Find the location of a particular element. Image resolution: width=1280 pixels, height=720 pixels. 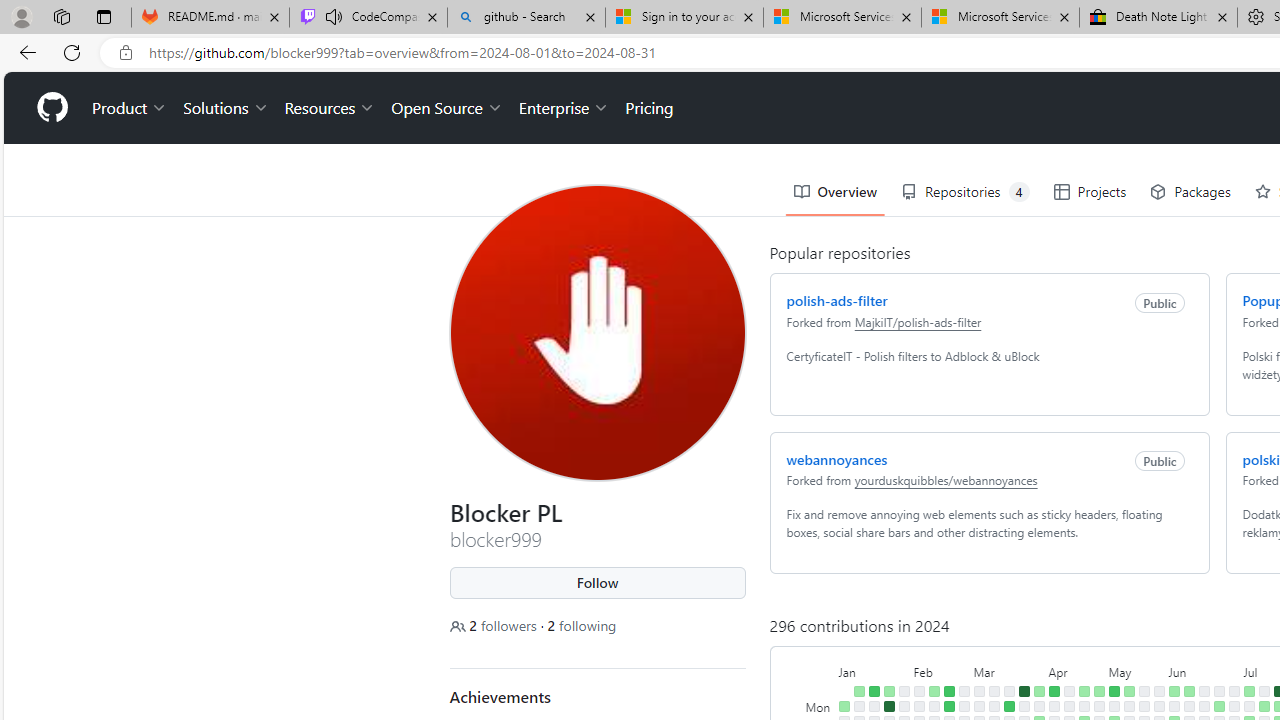

'6 contributions on May 5th.' is located at coordinates (1113, 690).